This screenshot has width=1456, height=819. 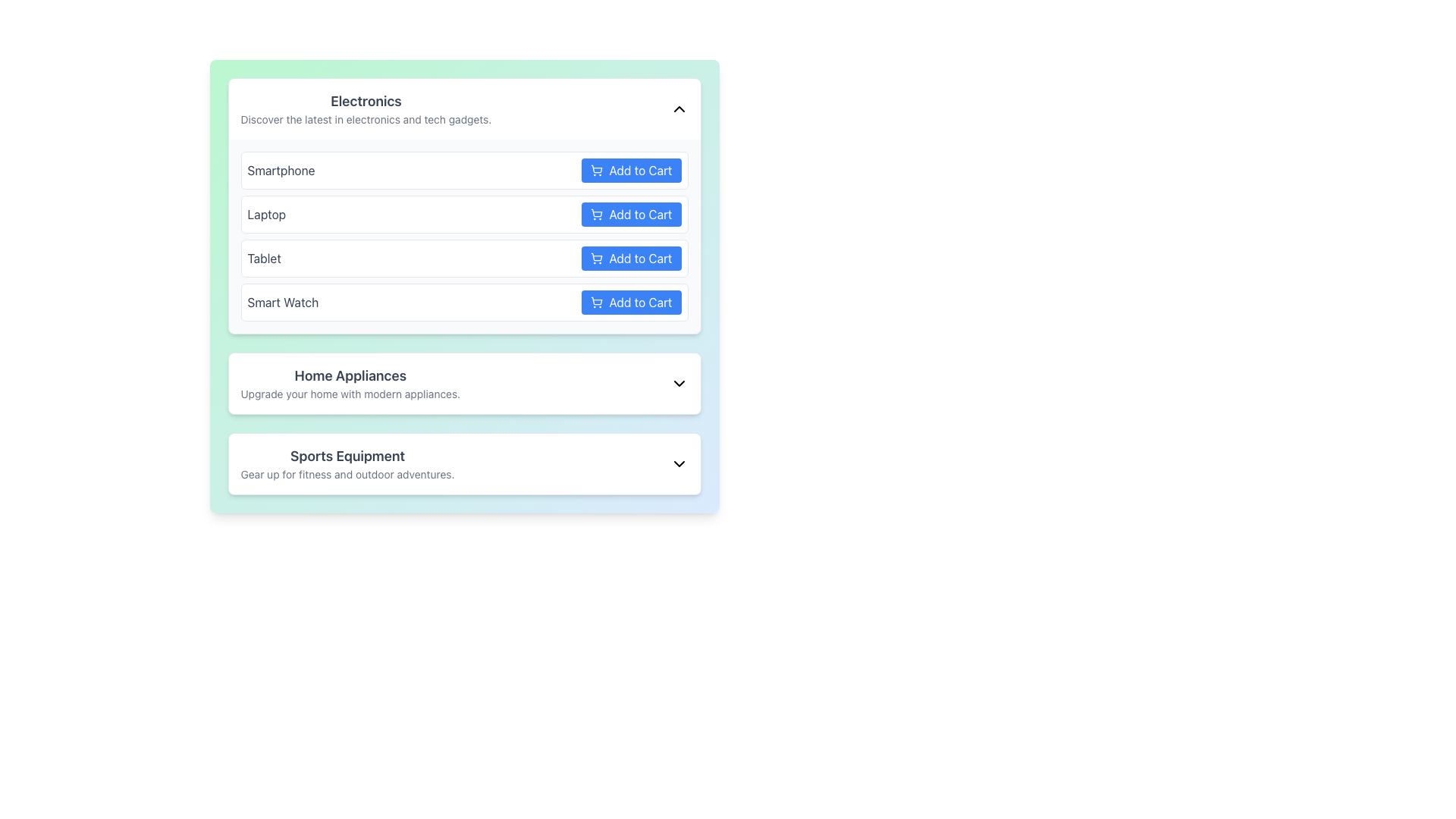 What do you see at coordinates (350, 375) in the screenshot?
I see `the bolded 'Home Appliances' text label, which is styled in dark gray and is centrally aligned in the interface` at bounding box center [350, 375].